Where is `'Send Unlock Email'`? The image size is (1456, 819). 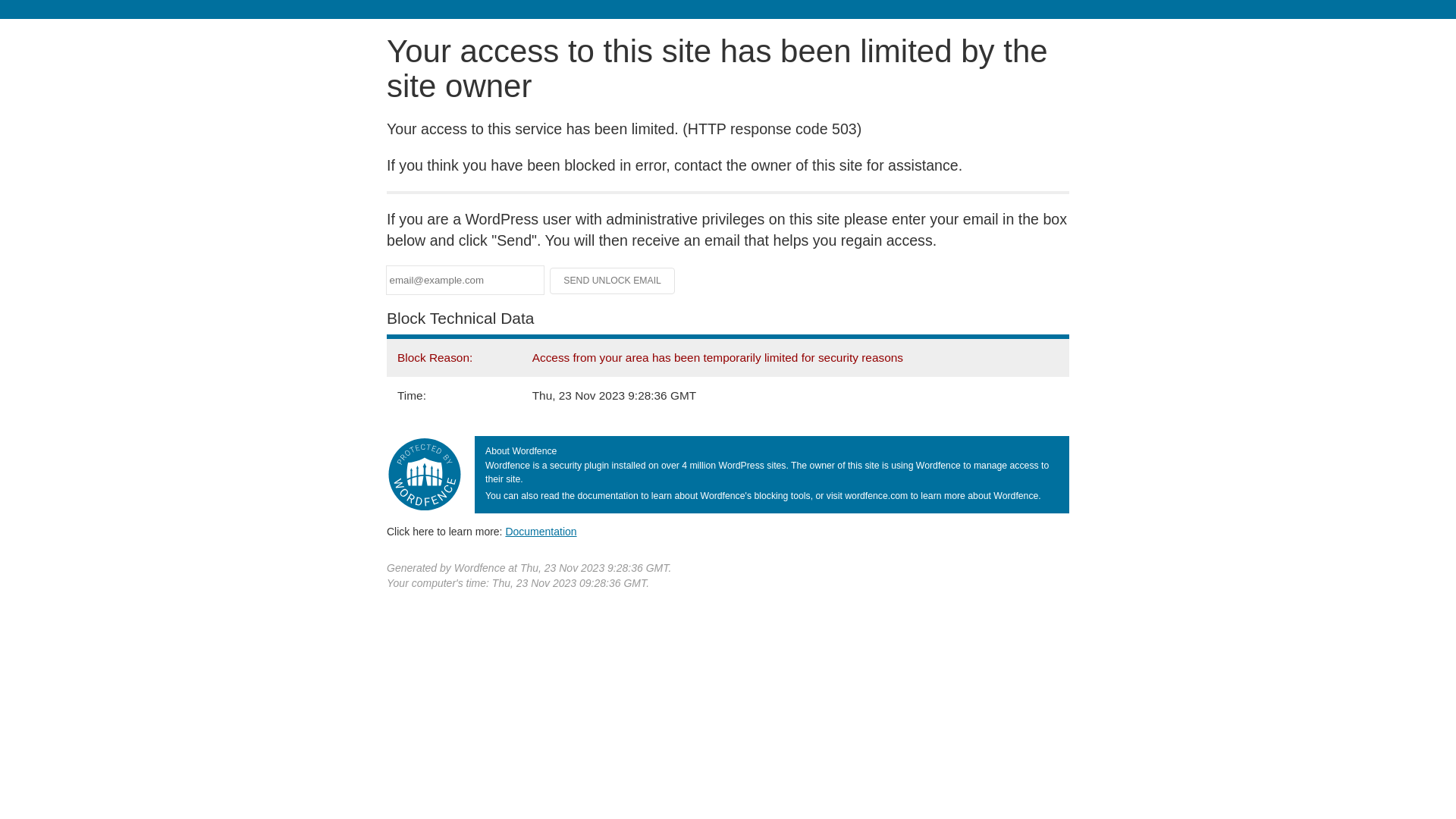
'Send Unlock Email' is located at coordinates (612, 281).